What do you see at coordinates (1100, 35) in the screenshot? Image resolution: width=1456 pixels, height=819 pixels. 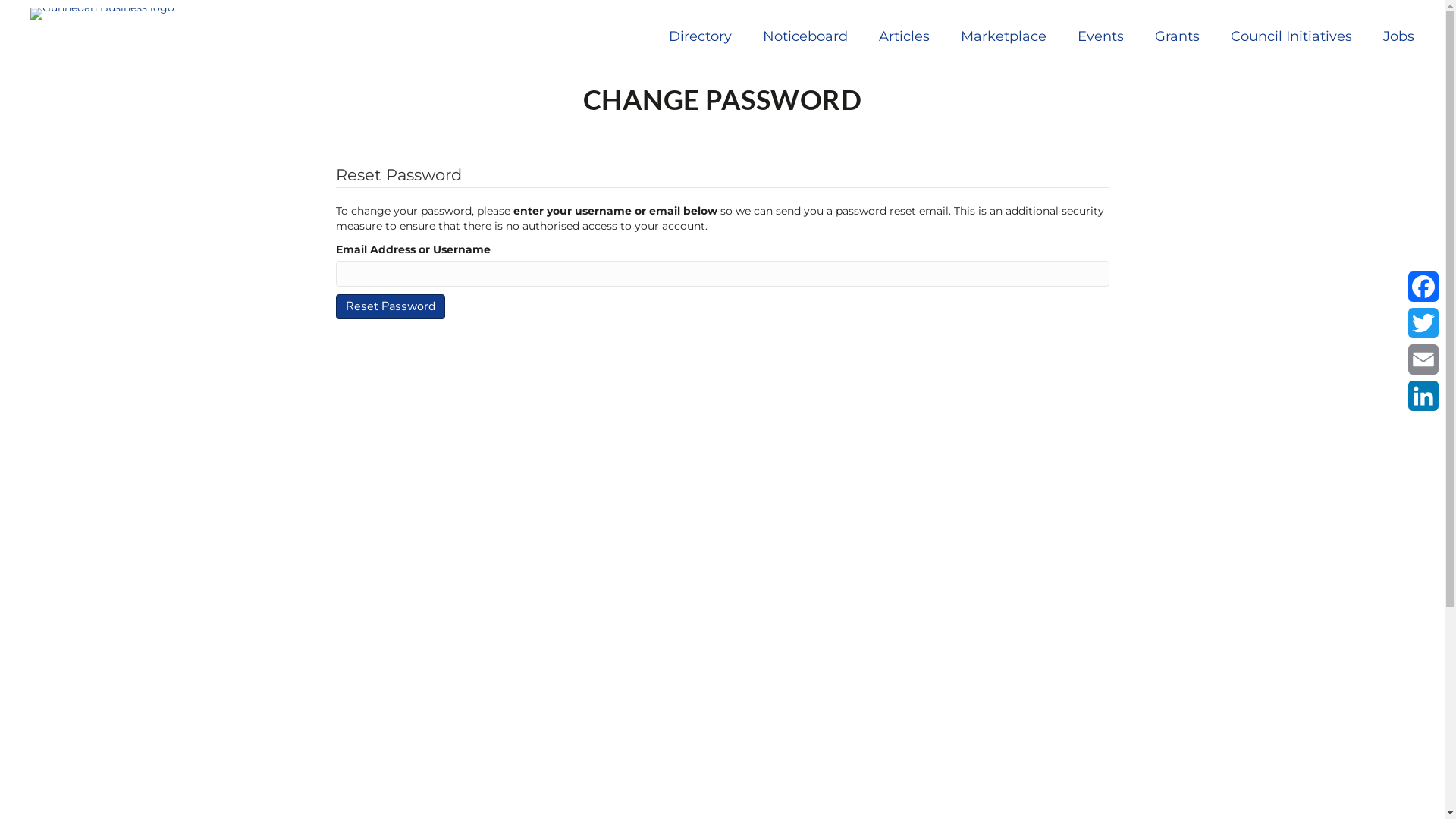 I see `'Events'` at bounding box center [1100, 35].